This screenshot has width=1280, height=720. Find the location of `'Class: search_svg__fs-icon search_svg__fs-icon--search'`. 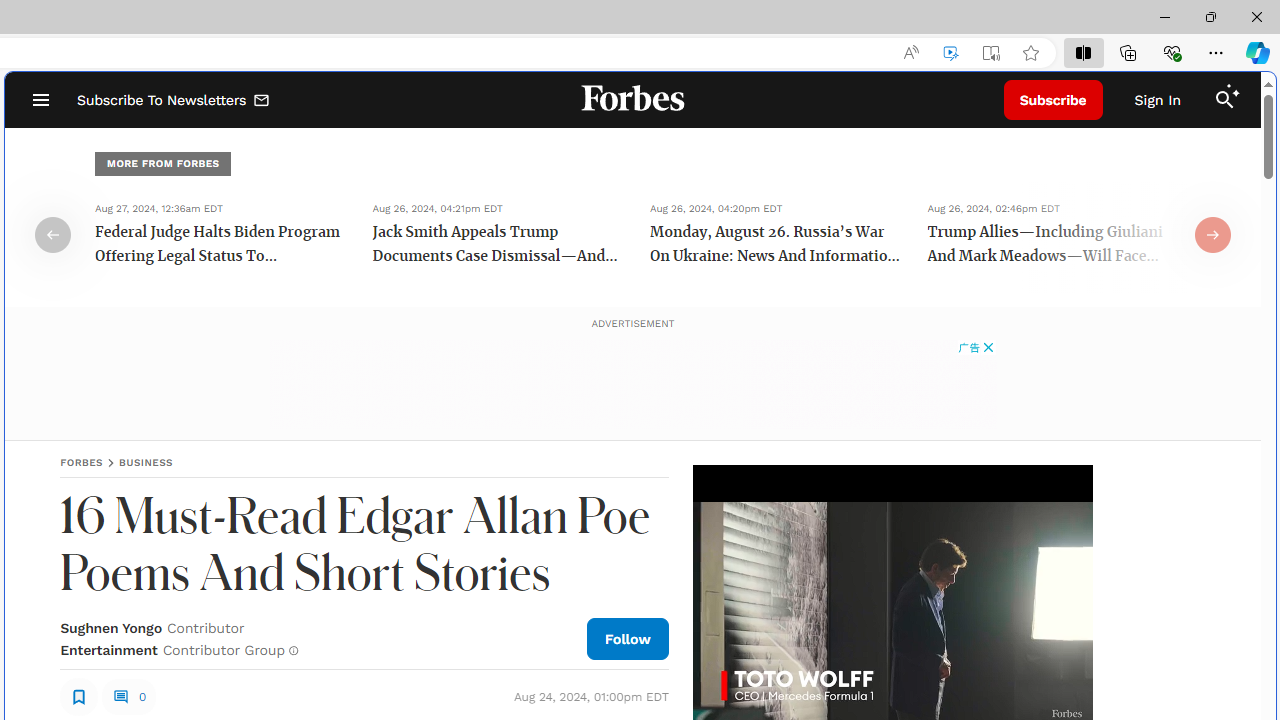

'Class: search_svg__fs-icon search_svg__fs-icon--search' is located at coordinates (1223, 100).